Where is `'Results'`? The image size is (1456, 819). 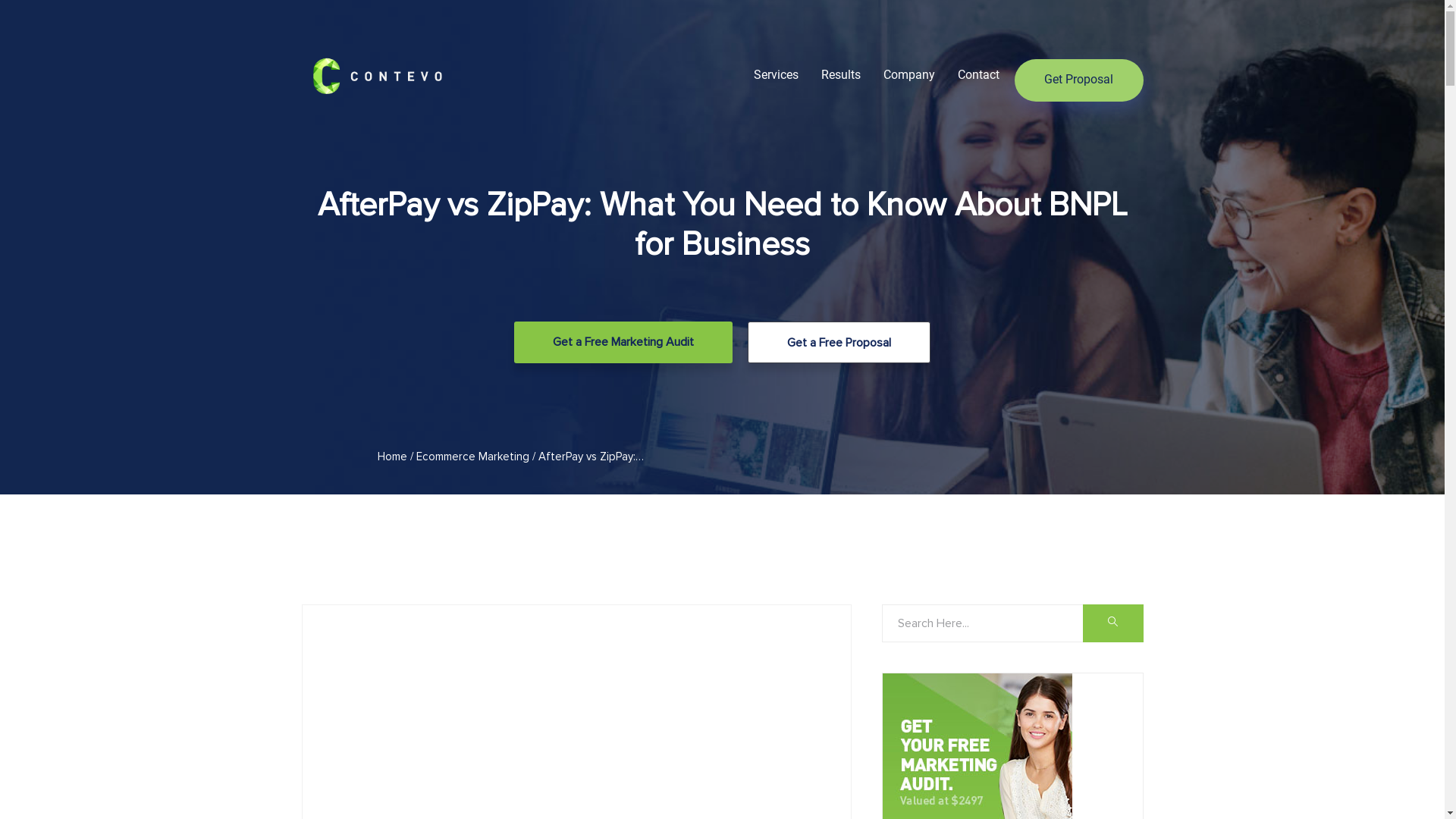 'Results' is located at coordinates (839, 74).